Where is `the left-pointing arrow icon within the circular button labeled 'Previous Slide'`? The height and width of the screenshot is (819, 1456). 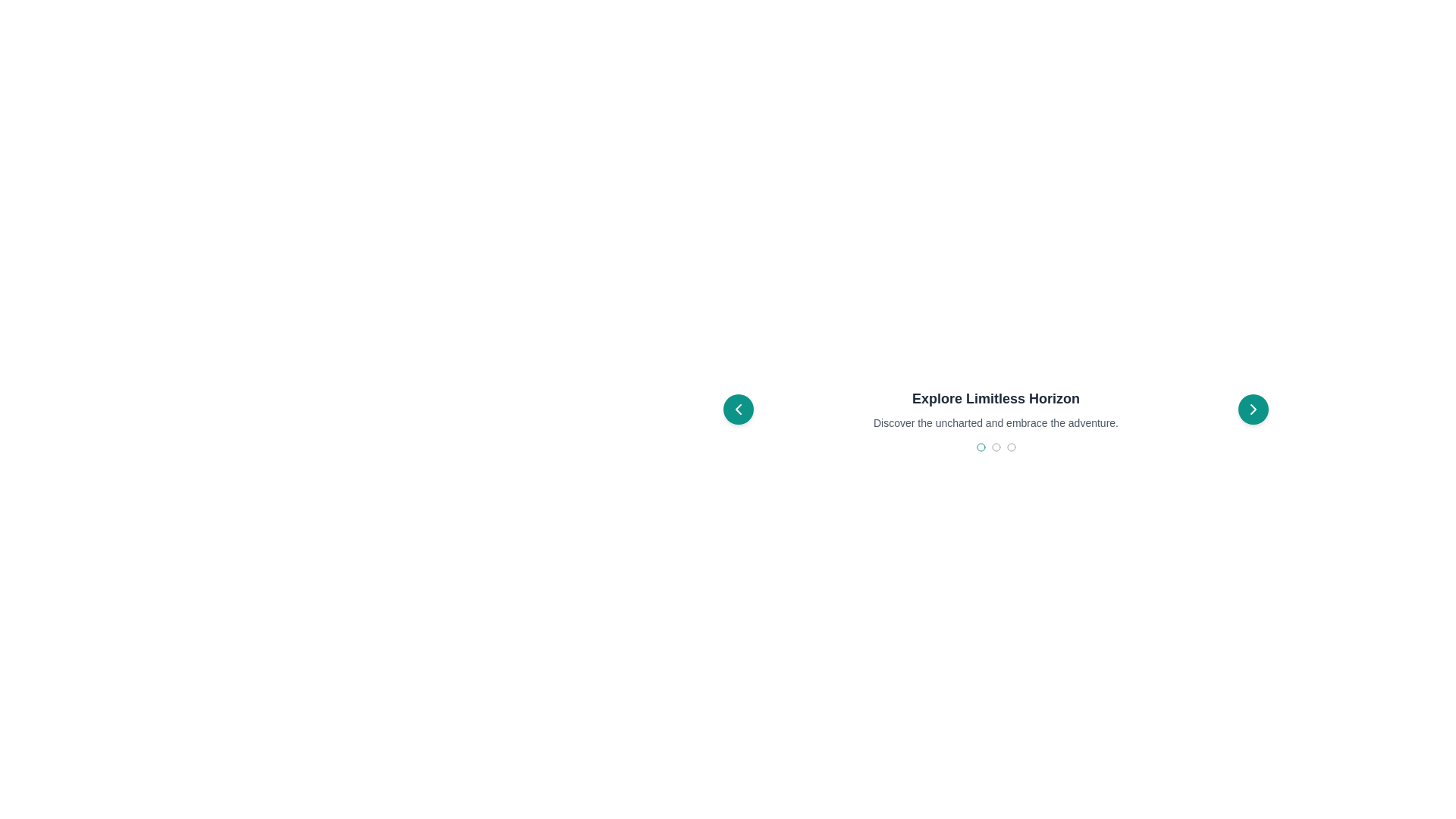 the left-pointing arrow icon within the circular button labeled 'Previous Slide' is located at coordinates (738, 409).